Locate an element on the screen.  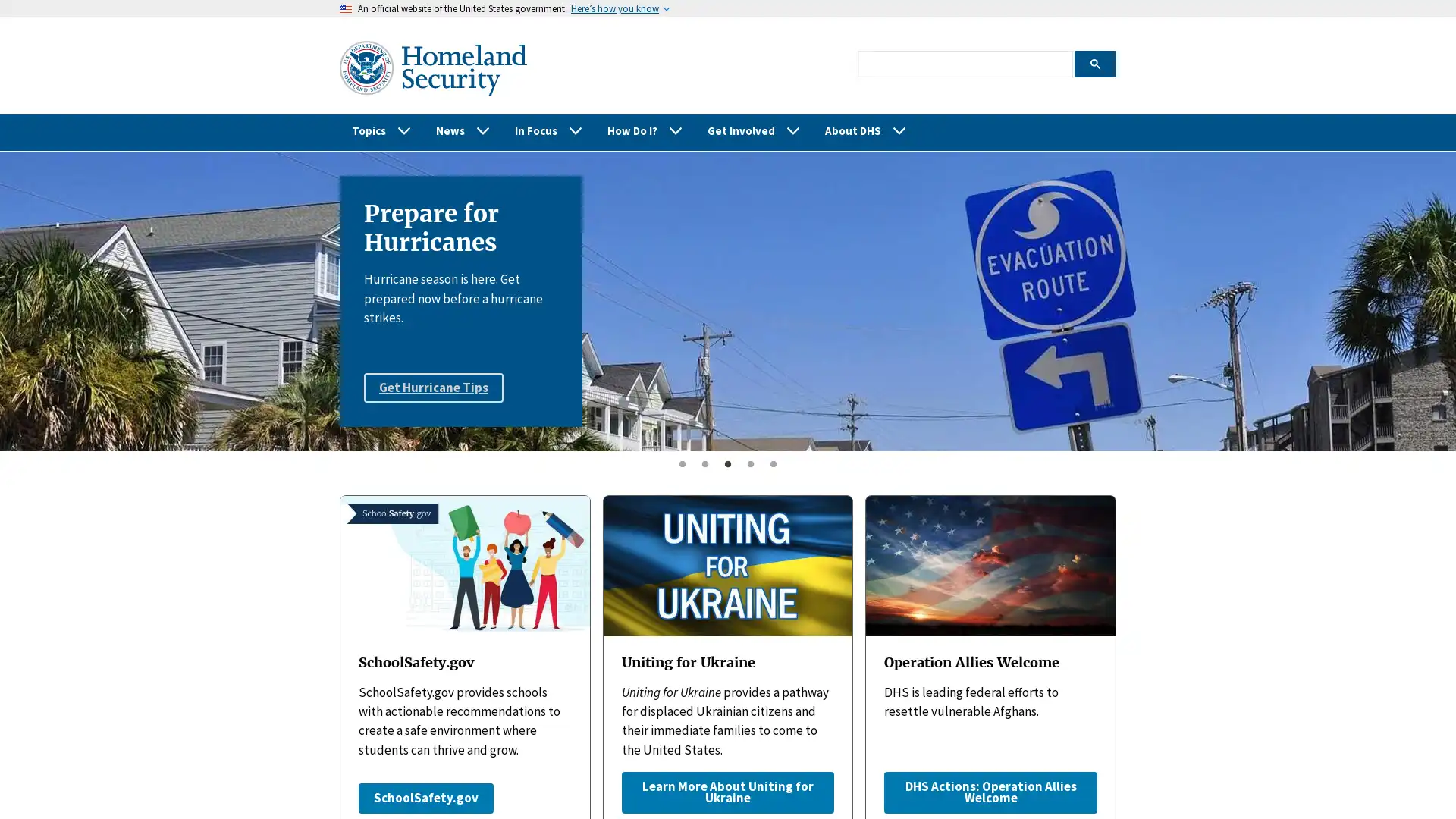
Topics is located at coordinates (381, 130).